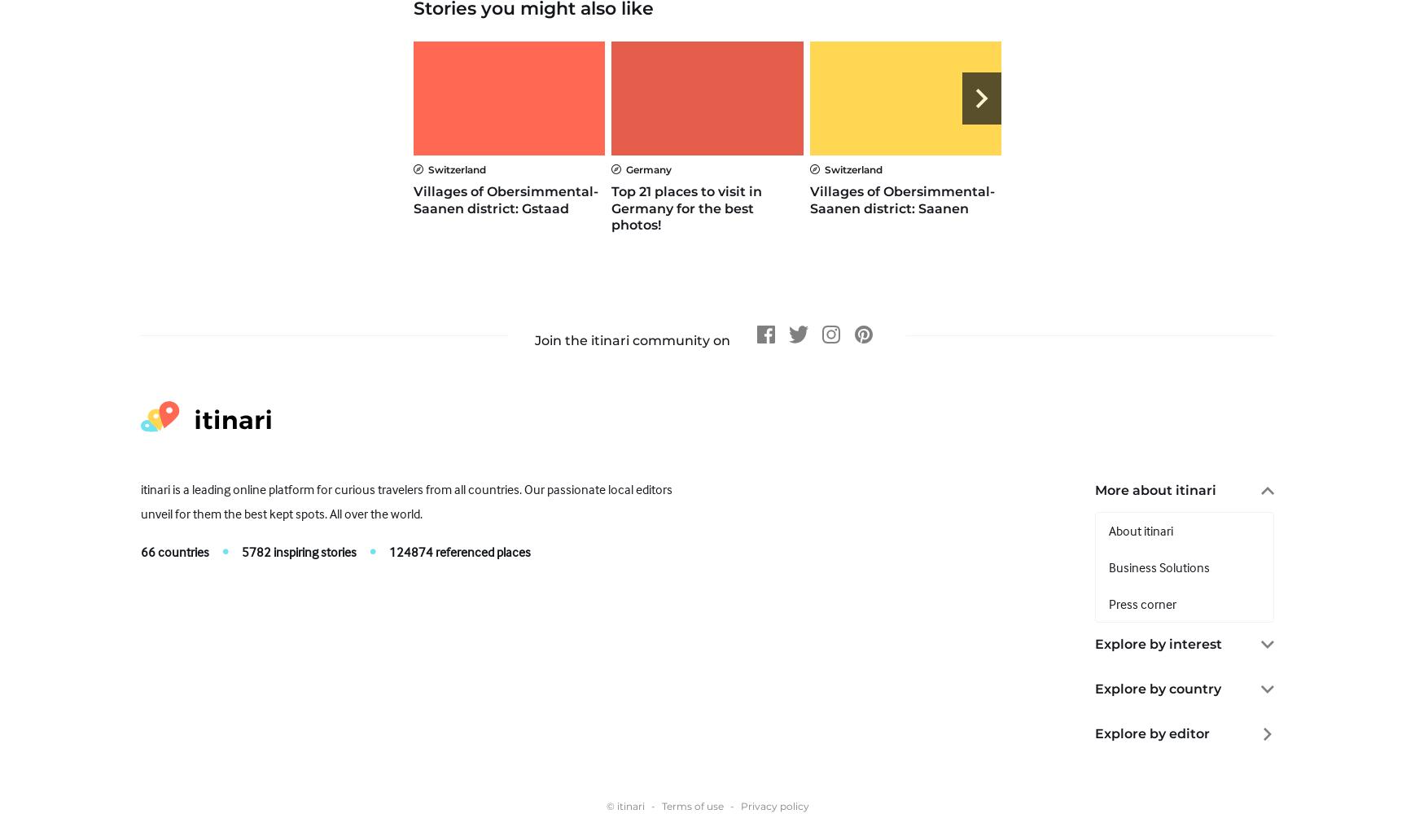  Describe the element at coordinates (1123, 720) in the screenshot. I see `'Cities'` at that location.